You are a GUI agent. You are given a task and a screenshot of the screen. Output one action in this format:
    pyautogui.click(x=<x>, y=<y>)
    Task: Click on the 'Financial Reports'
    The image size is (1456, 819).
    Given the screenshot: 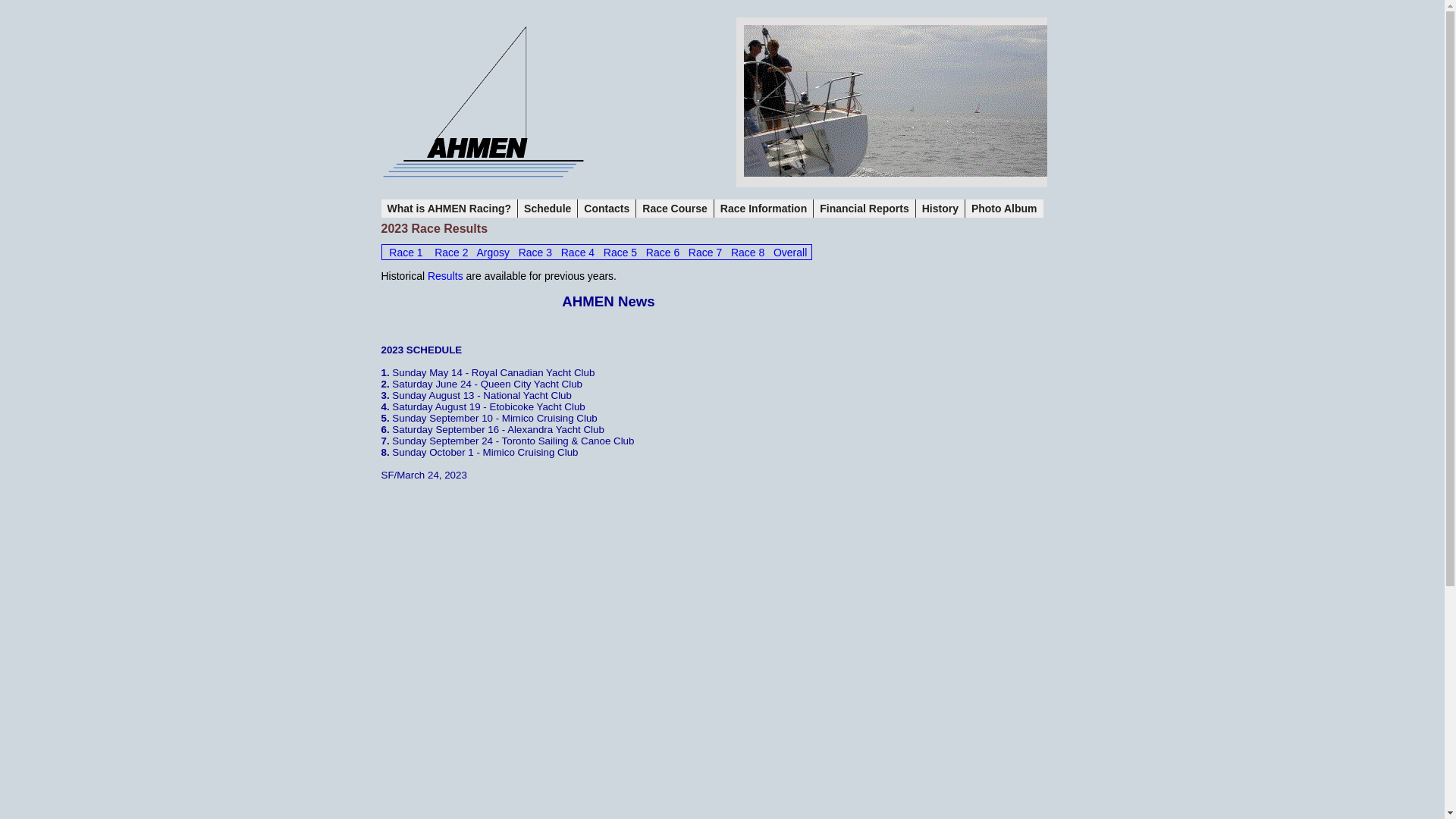 What is the action you would take?
    pyautogui.click(x=864, y=208)
    